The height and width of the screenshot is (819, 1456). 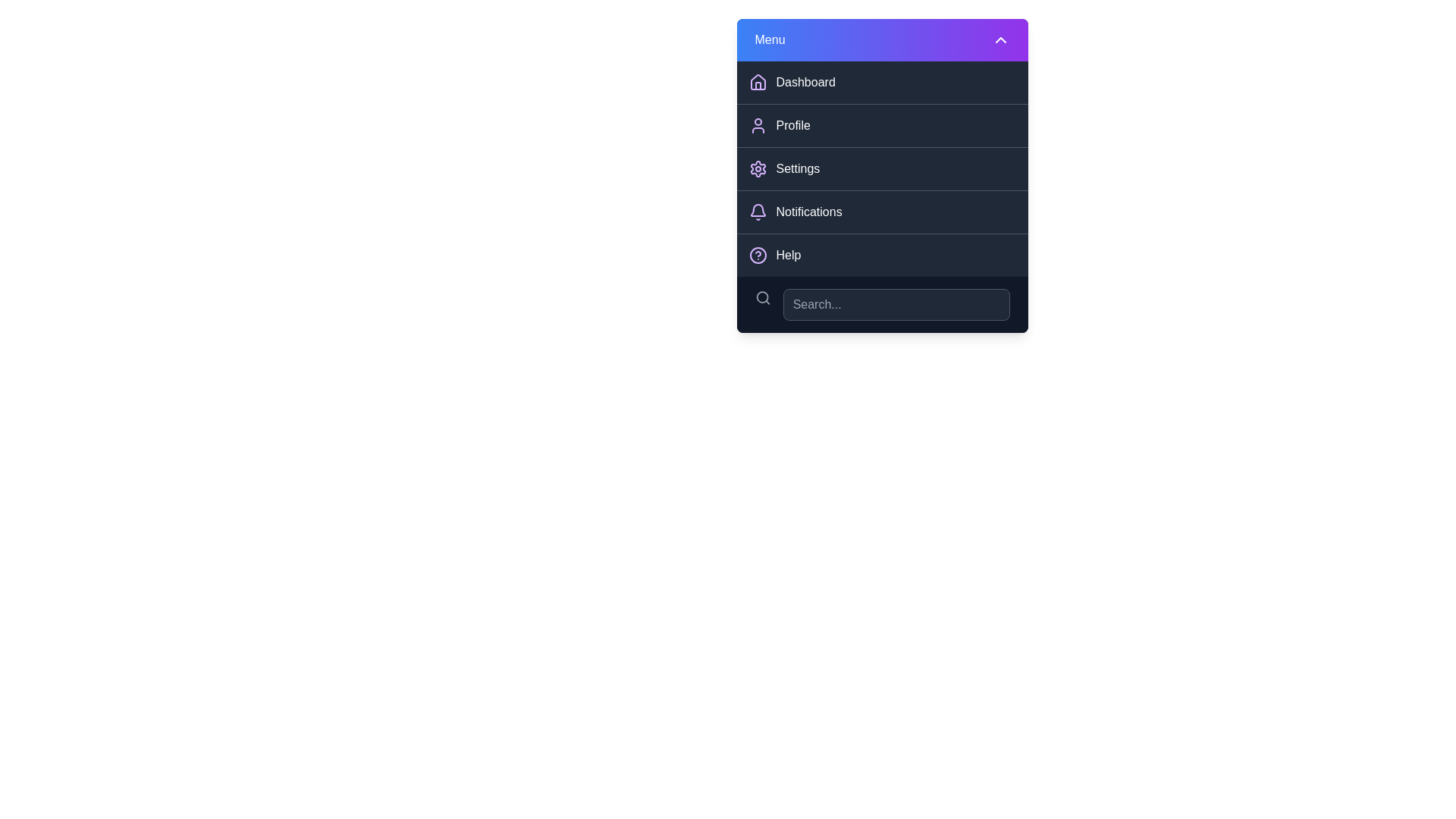 I want to click on the 'Dashboard' icon, which is the leftmost component of the 'Dashboard' menu item in the vertical navigation menu, from its current position, so click(x=758, y=82).